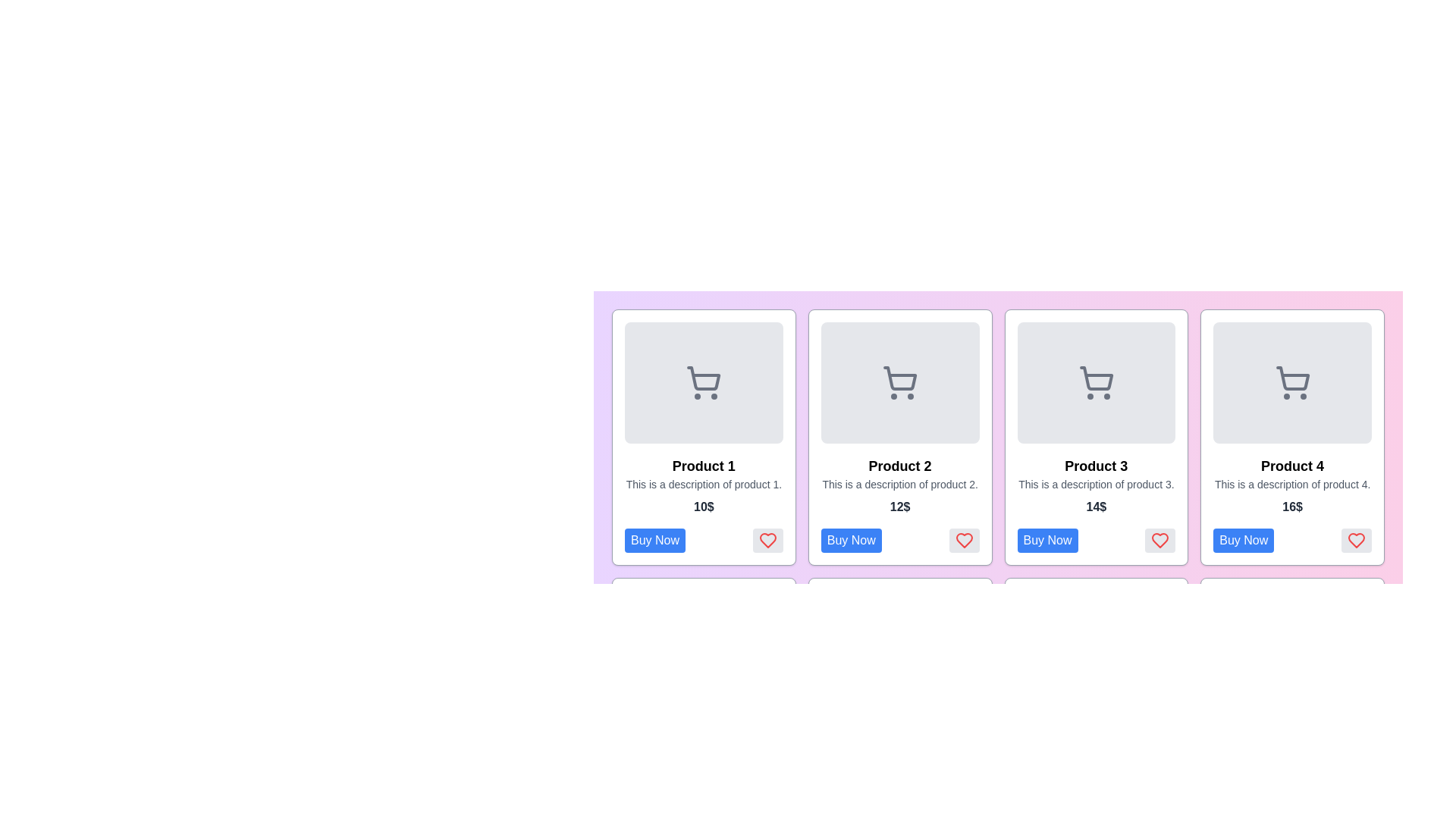  I want to click on the title text of 'Product 3' located in the third product card, so click(1096, 465).